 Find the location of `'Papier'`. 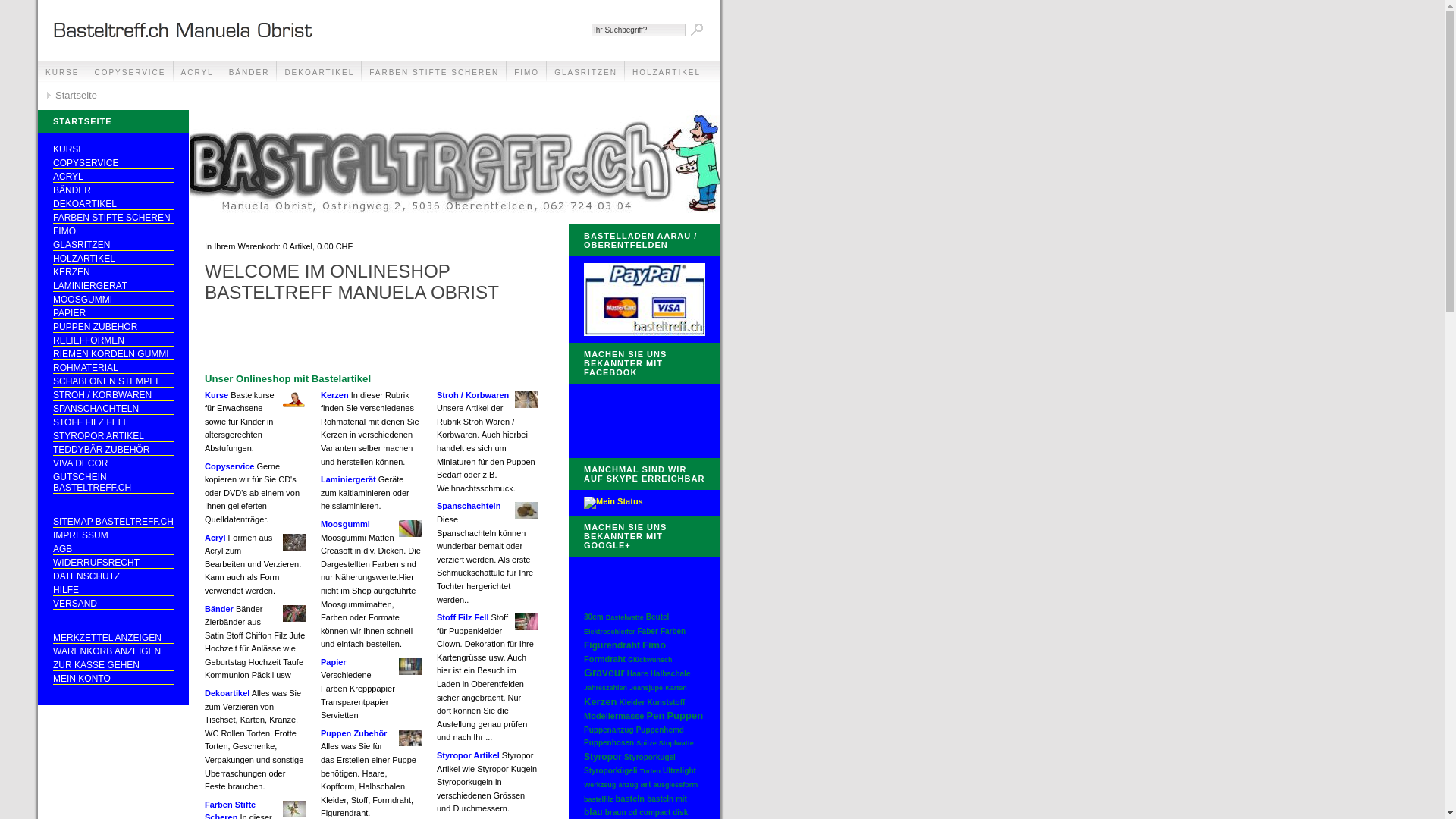

'Papier' is located at coordinates (333, 661).